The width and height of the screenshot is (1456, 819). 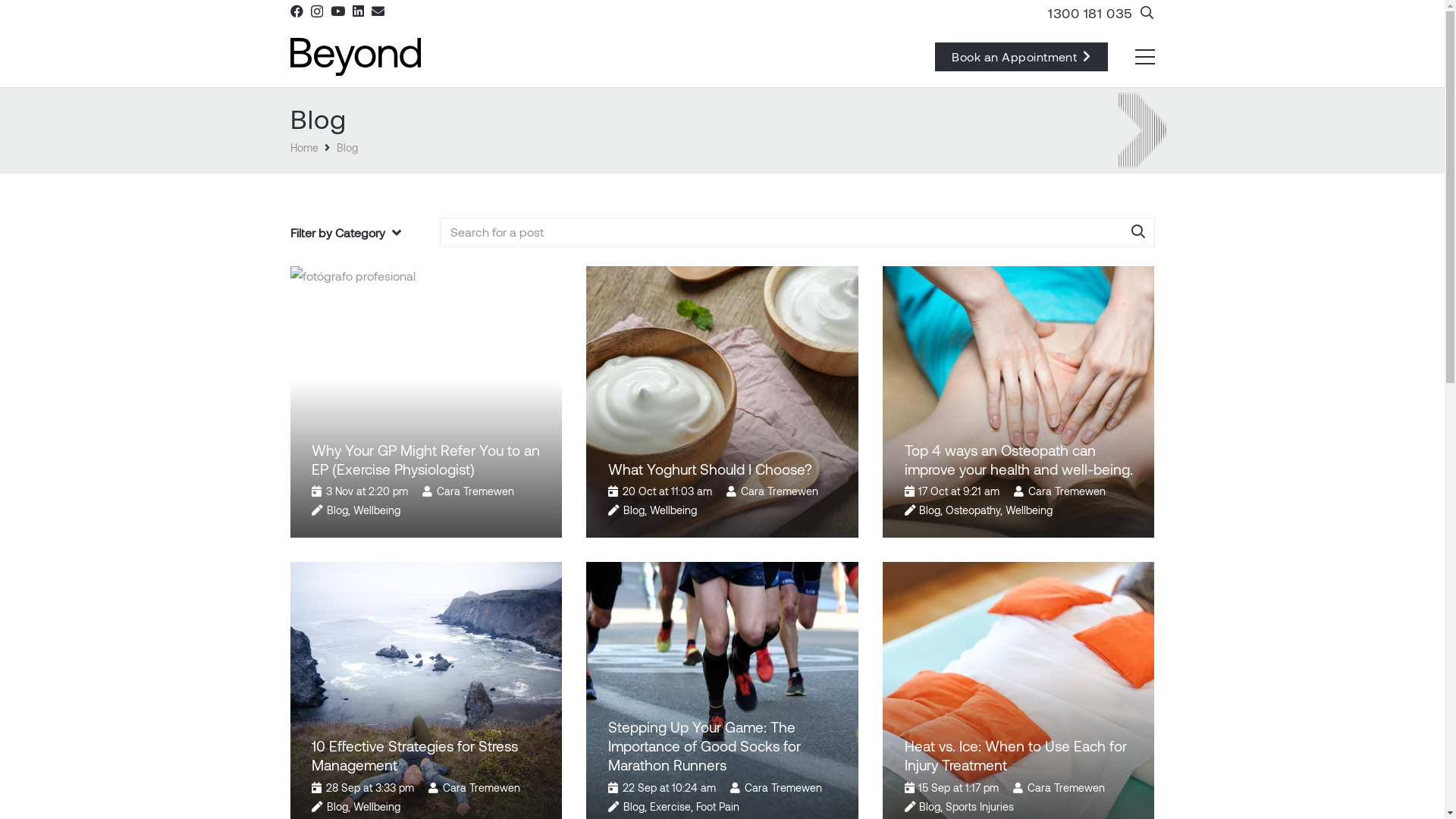 What do you see at coordinates (979, 805) in the screenshot?
I see `'Sports Injuries'` at bounding box center [979, 805].